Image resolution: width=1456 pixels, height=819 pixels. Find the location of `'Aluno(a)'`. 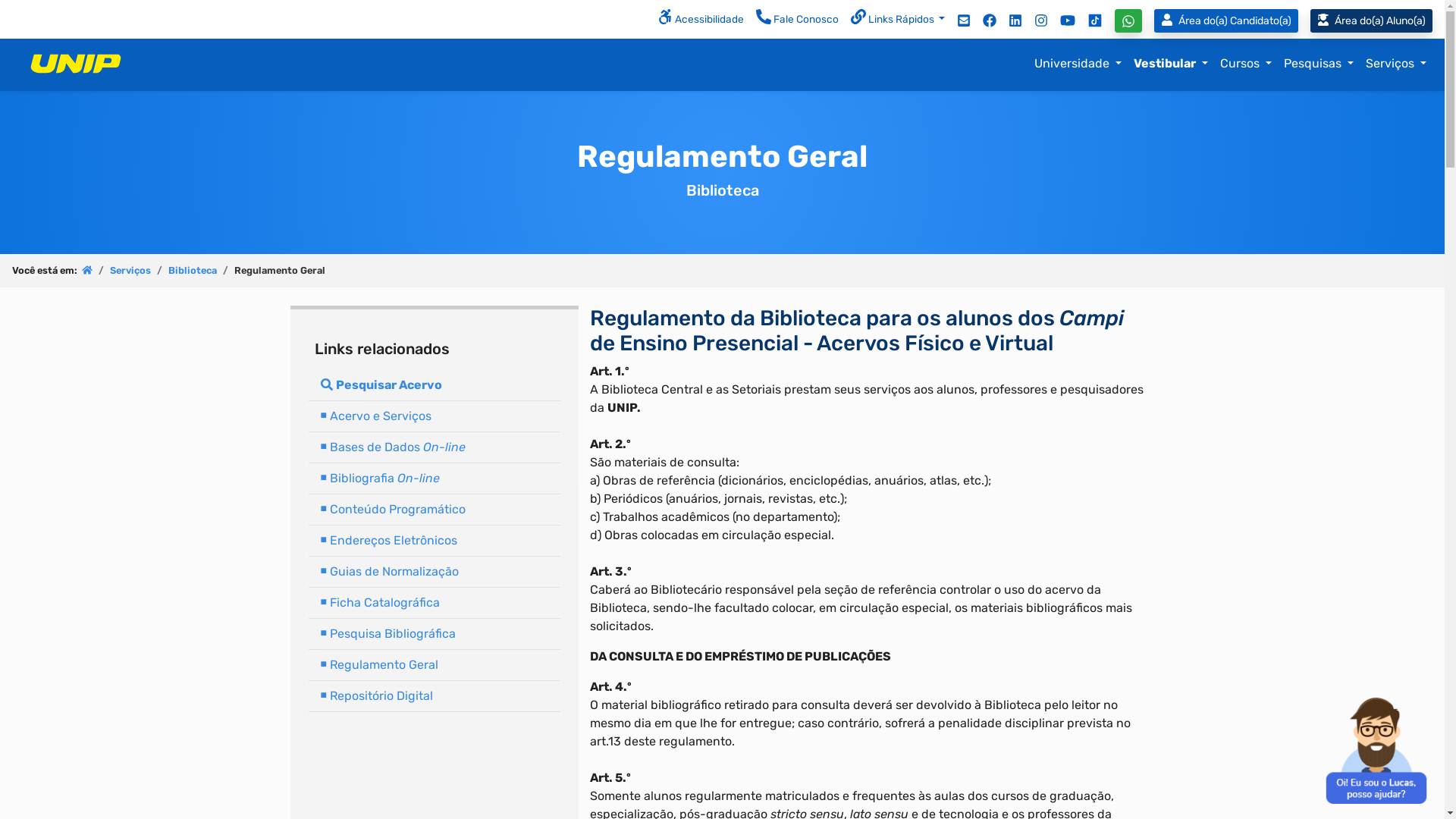

'Aluno(a)' is located at coordinates (1377, 20).